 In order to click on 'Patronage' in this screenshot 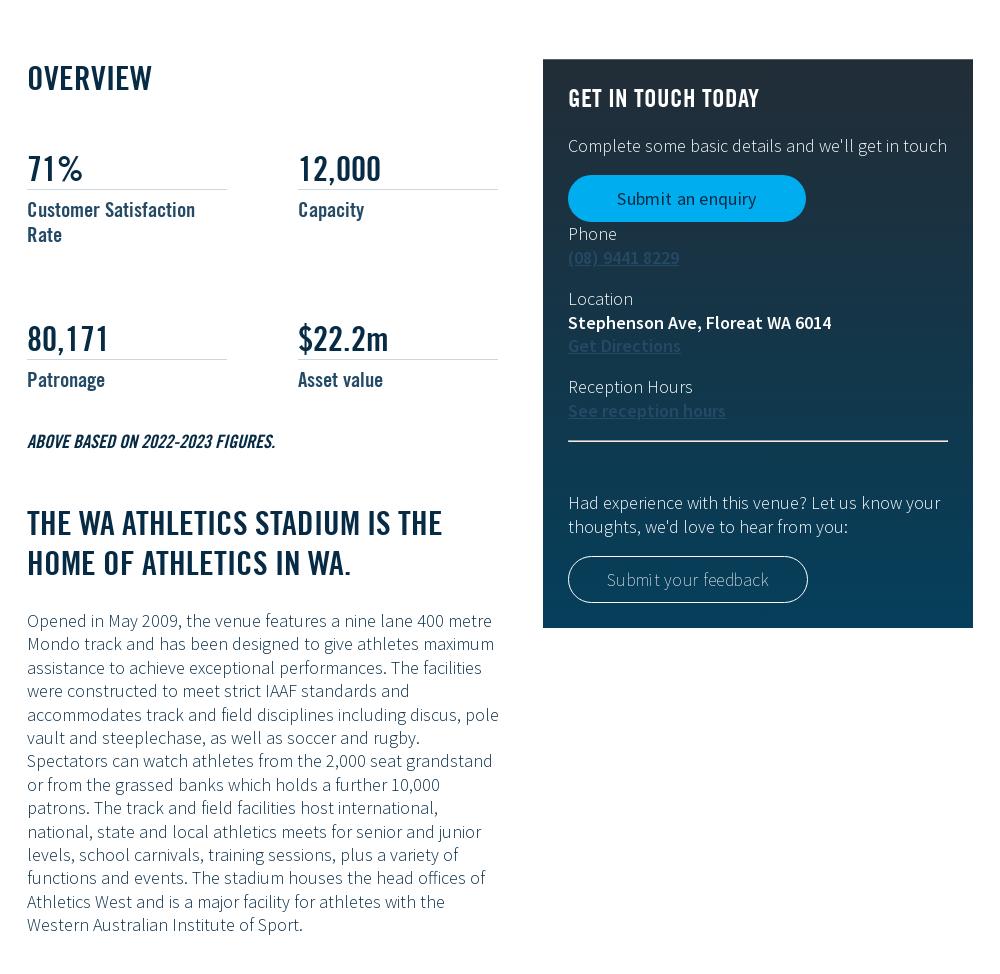, I will do `click(65, 378)`.